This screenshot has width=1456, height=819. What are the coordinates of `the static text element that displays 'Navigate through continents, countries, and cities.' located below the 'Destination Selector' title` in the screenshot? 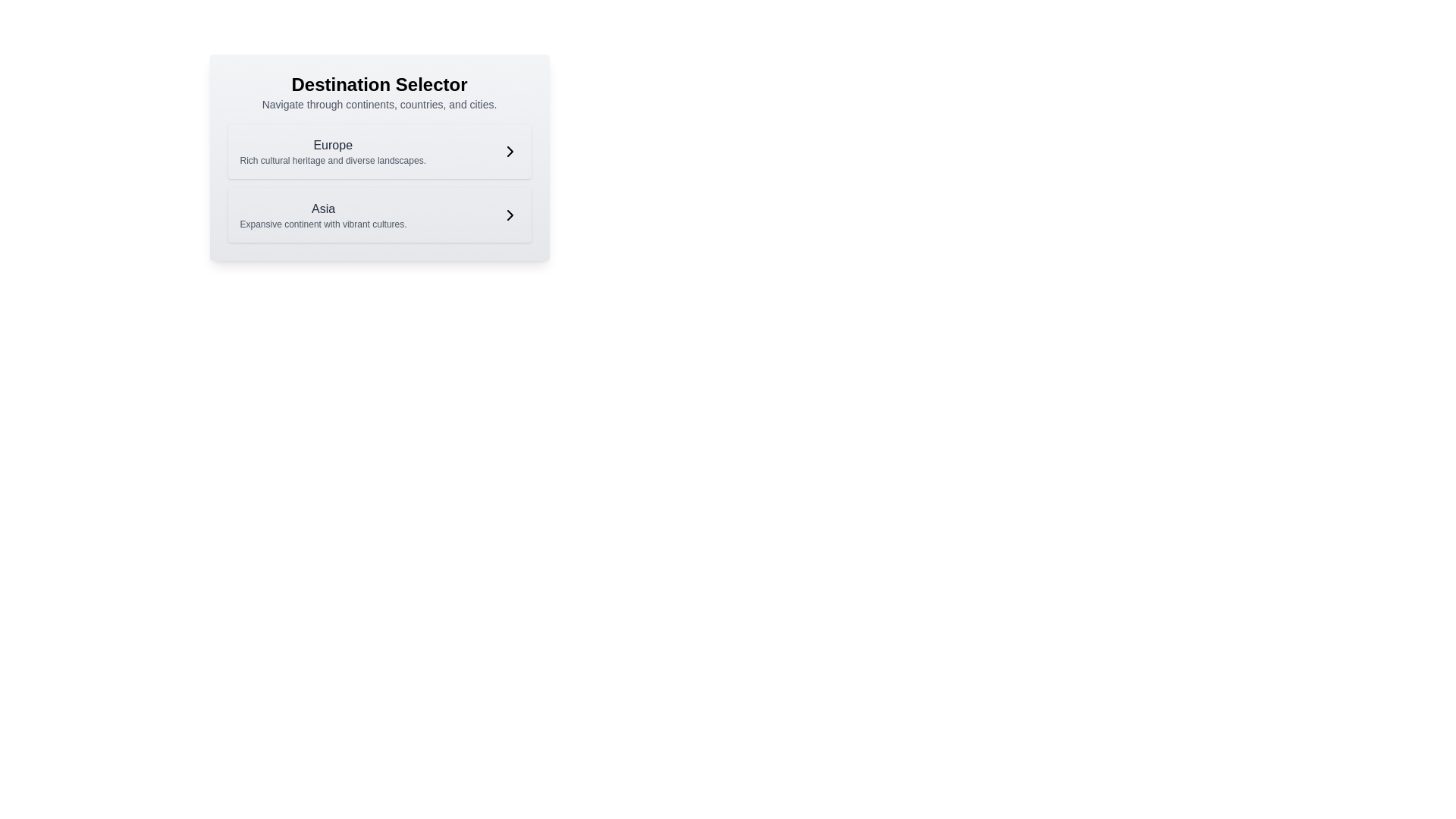 It's located at (379, 104).